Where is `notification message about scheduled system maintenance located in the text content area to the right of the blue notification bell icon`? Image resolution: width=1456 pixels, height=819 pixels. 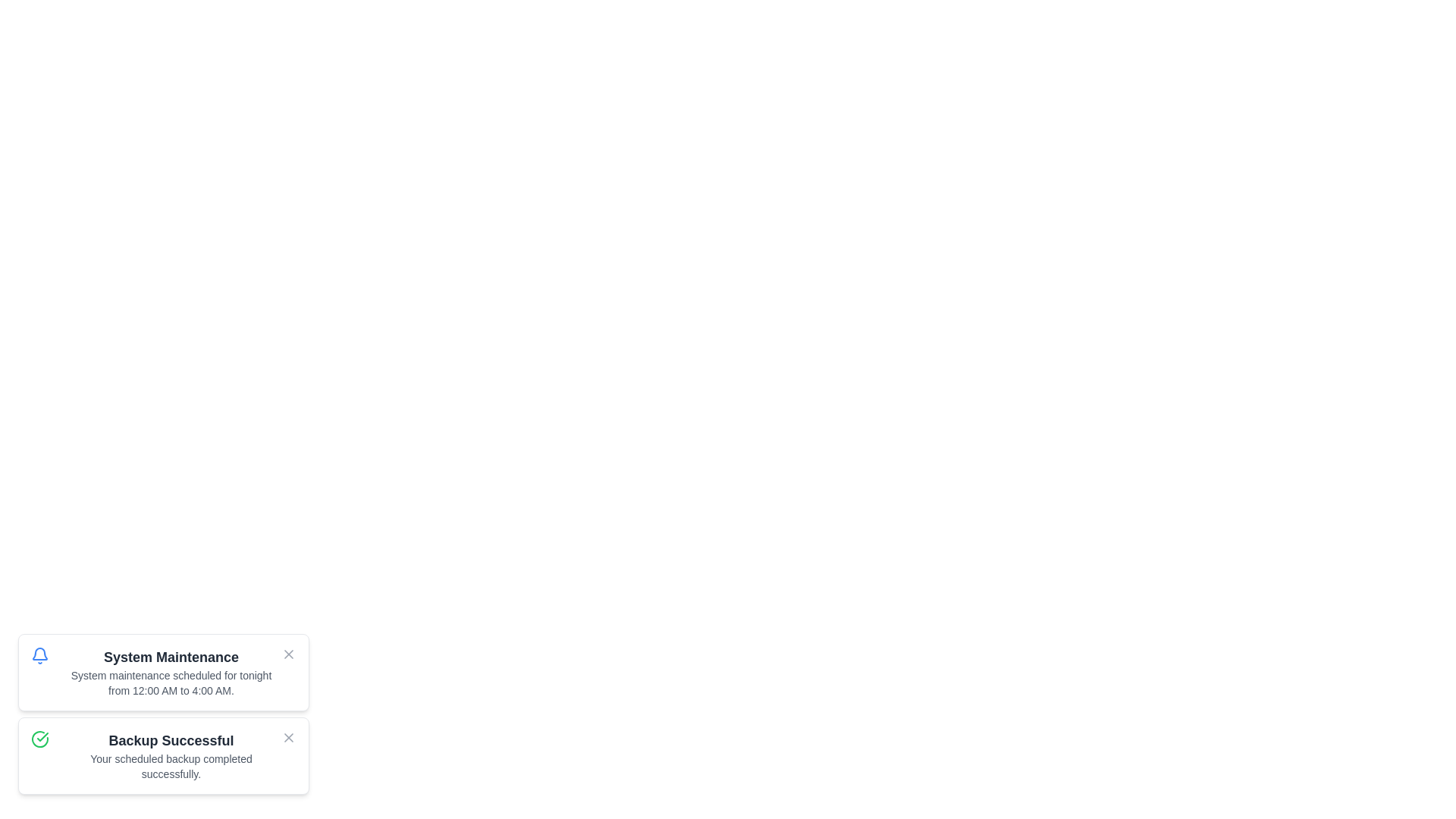 notification message about scheduled system maintenance located in the text content area to the right of the blue notification bell icon is located at coordinates (171, 672).